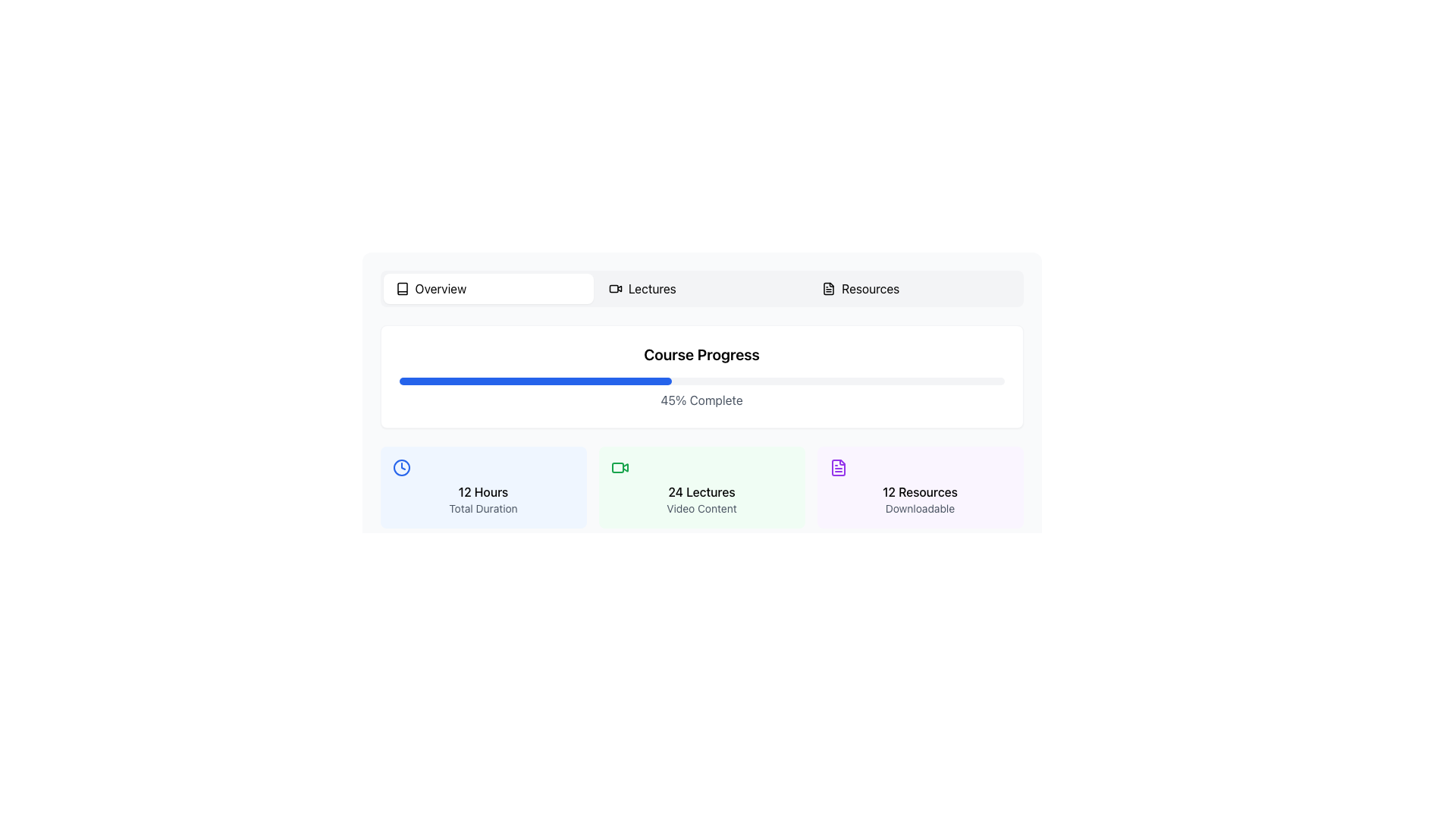 The width and height of the screenshot is (1456, 819). Describe the element at coordinates (615, 289) in the screenshot. I see `the compact video camera icon located to the far left of the 'Lectures' button in the upper portion of the interface` at that location.